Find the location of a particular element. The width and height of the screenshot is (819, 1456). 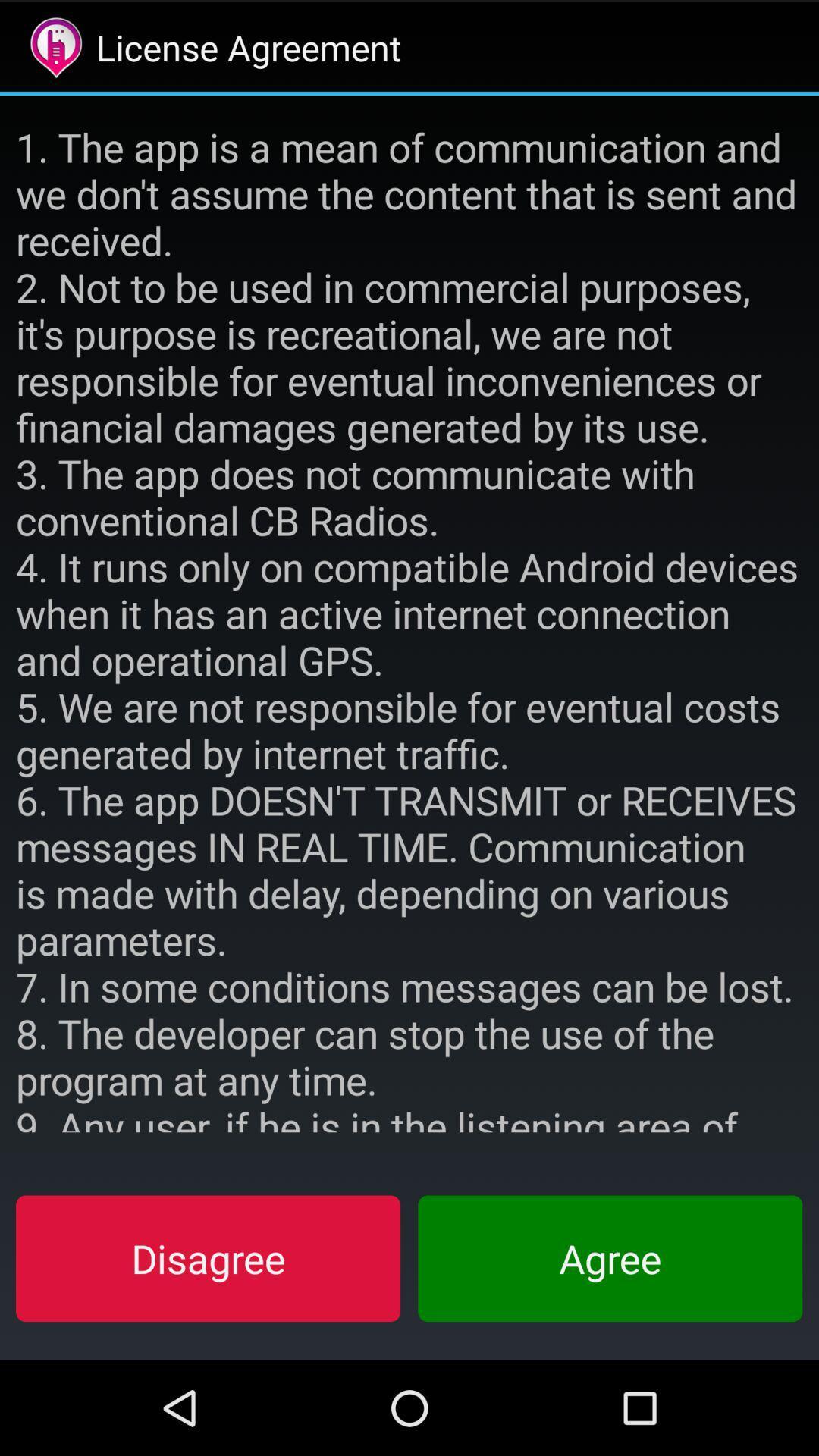

item at the bottom left corner is located at coordinates (208, 1258).